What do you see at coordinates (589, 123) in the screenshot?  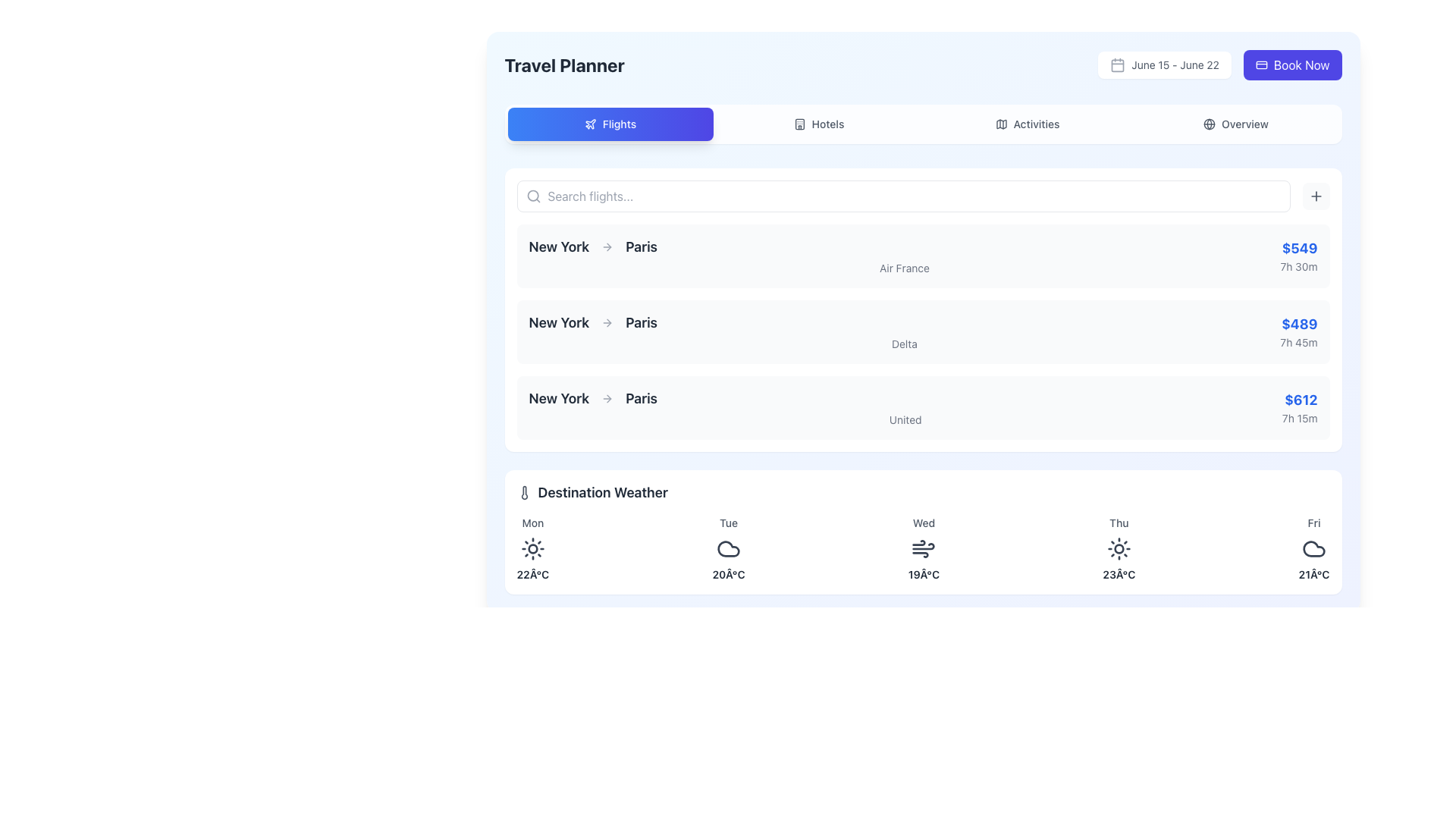 I see `the airplane icon located at the beginning of the 'Flights' tab` at bounding box center [589, 123].